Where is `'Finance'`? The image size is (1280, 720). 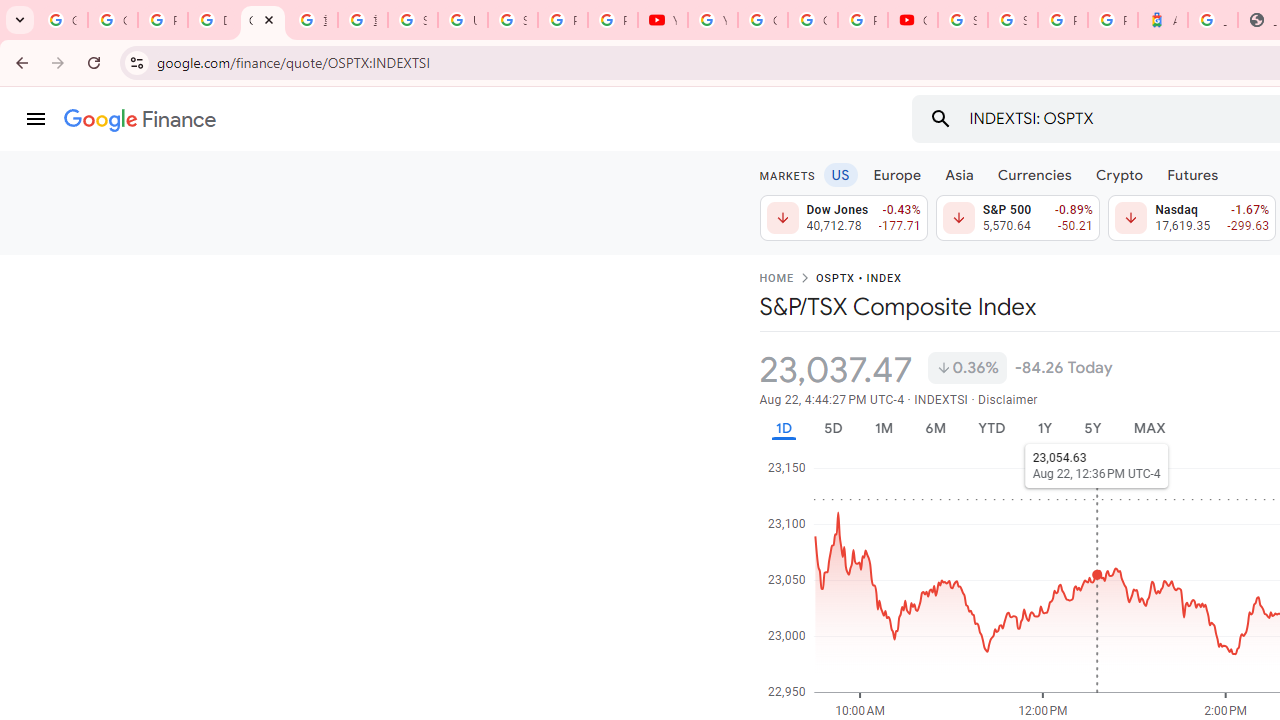 'Finance' is located at coordinates (139, 120).